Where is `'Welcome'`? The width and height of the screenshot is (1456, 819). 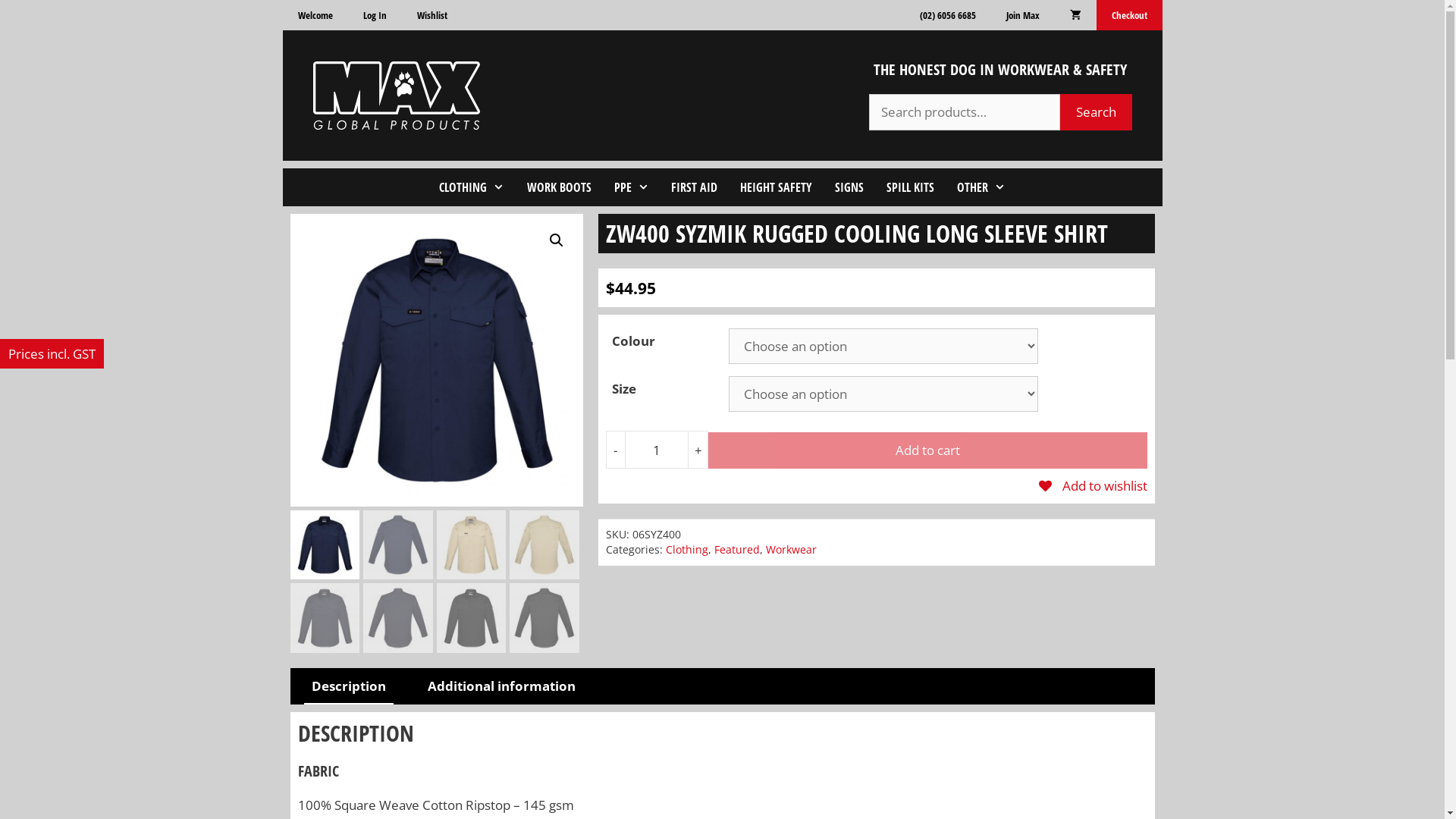 'Welcome' is located at coordinates (313, 14).